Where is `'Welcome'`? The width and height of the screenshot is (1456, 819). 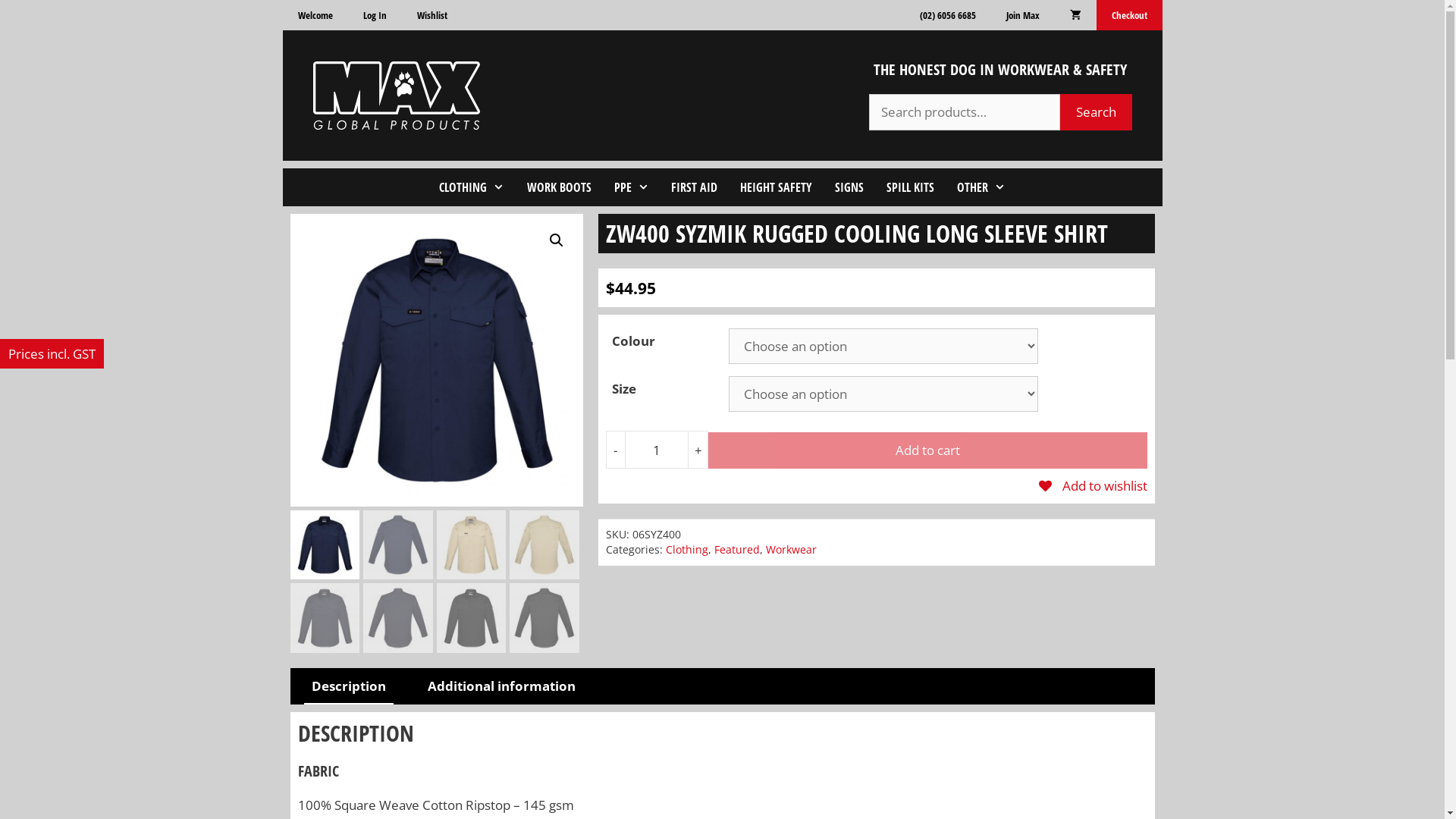 'Welcome' is located at coordinates (313, 14).